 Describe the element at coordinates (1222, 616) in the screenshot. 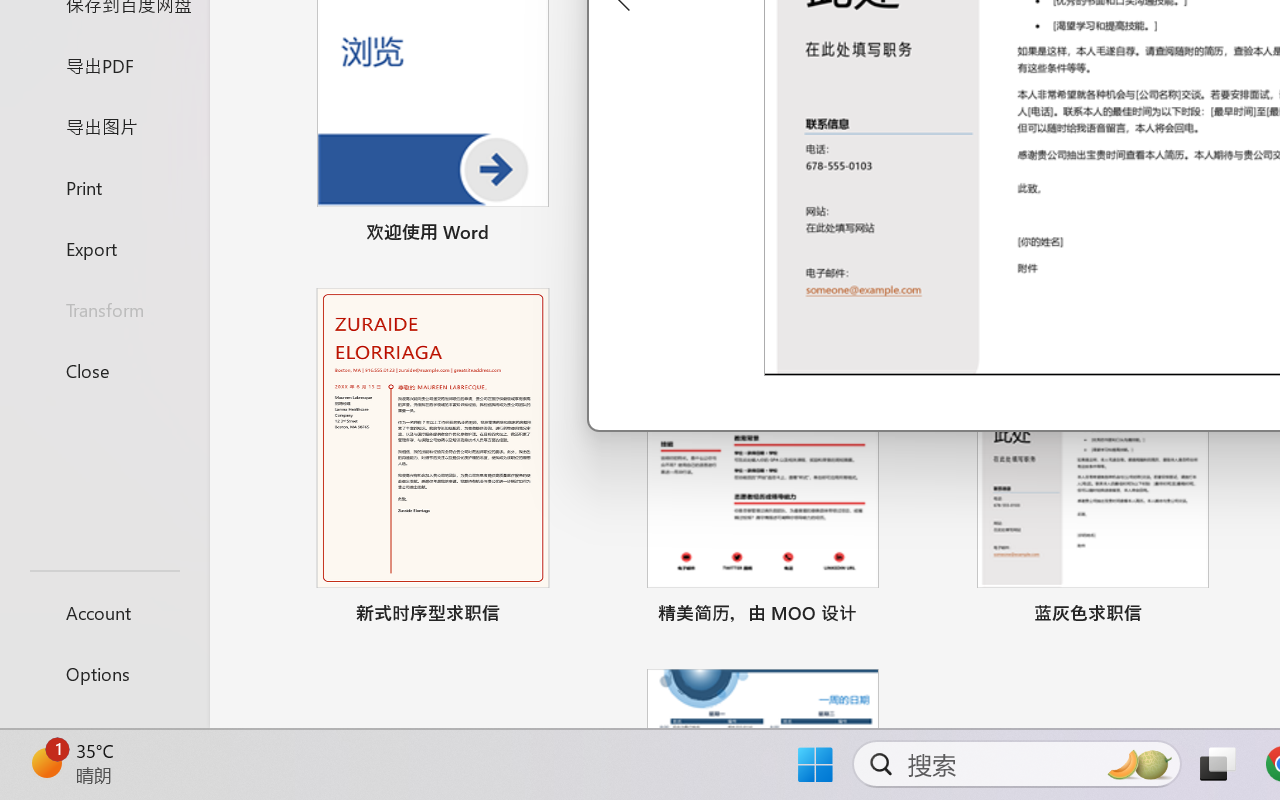

I see `'Pin to list'` at that location.